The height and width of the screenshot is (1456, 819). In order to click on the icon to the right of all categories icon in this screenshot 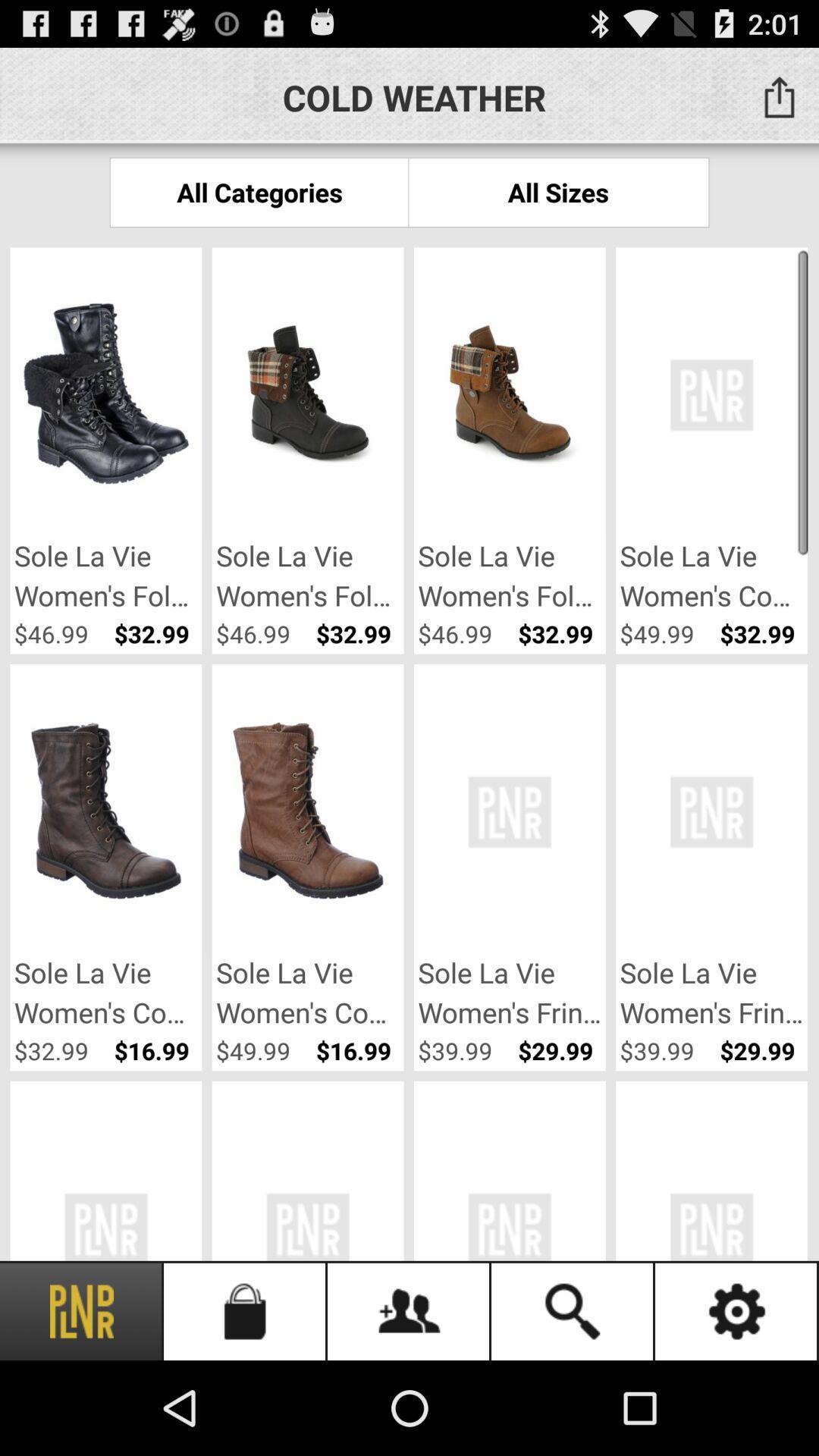, I will do `click(558, 191)`.